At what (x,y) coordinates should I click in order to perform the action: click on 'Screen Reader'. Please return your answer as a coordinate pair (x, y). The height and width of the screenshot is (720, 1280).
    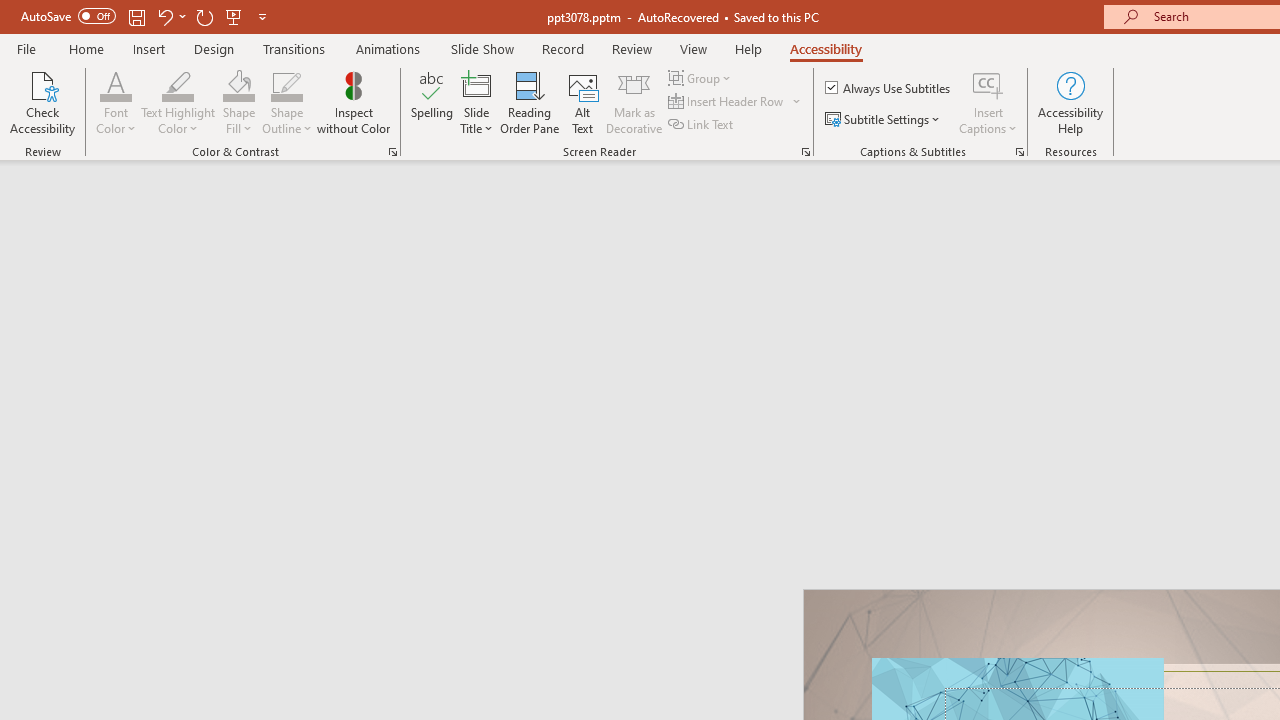
    Looking at the image, I should click on (805, 150).